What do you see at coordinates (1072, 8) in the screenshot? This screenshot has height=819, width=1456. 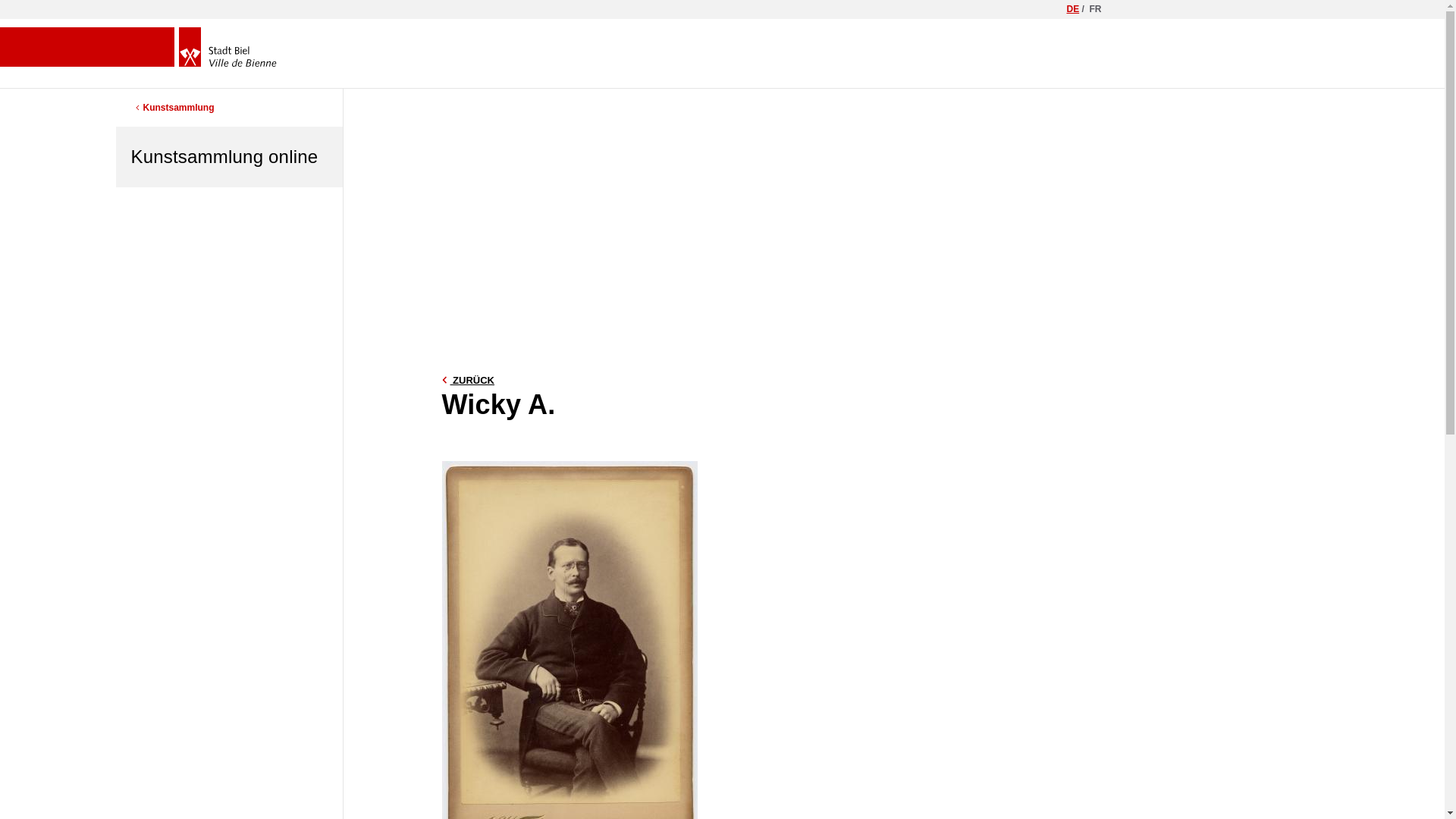 I see `'DE'` at bounding box center [1072, 8].